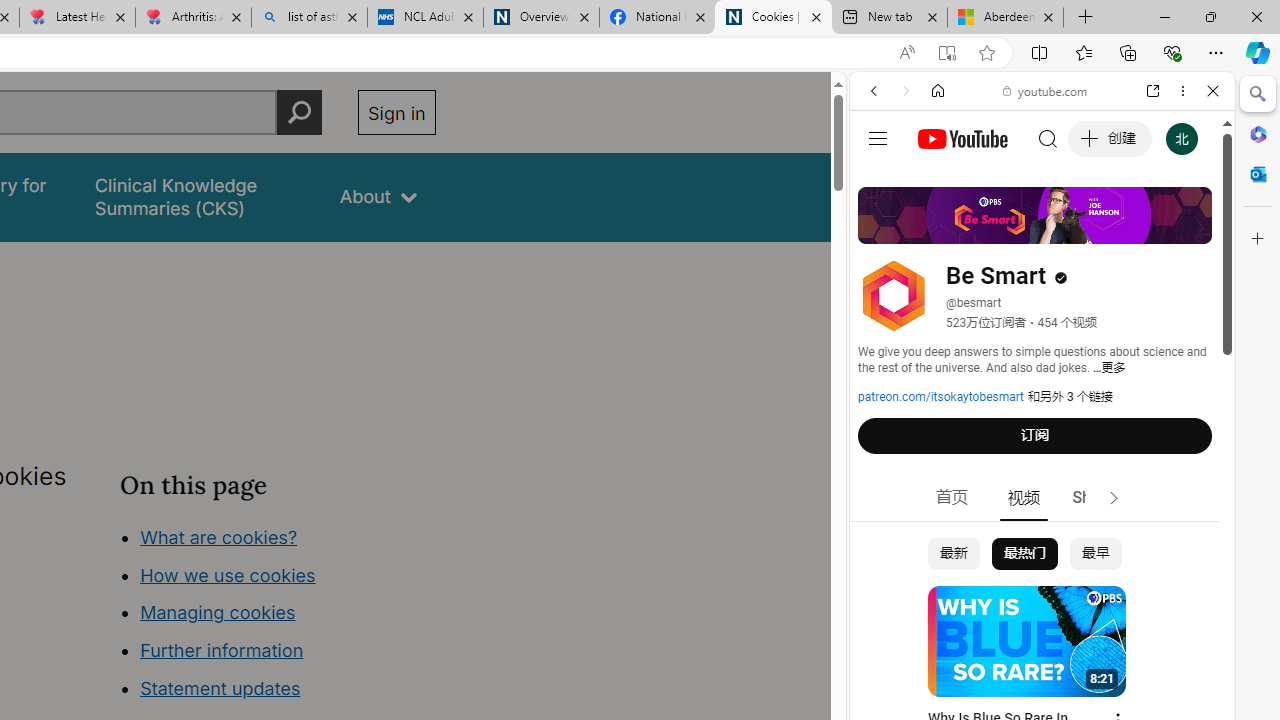  I want to click on 'Shorts', so click(1095, 497).